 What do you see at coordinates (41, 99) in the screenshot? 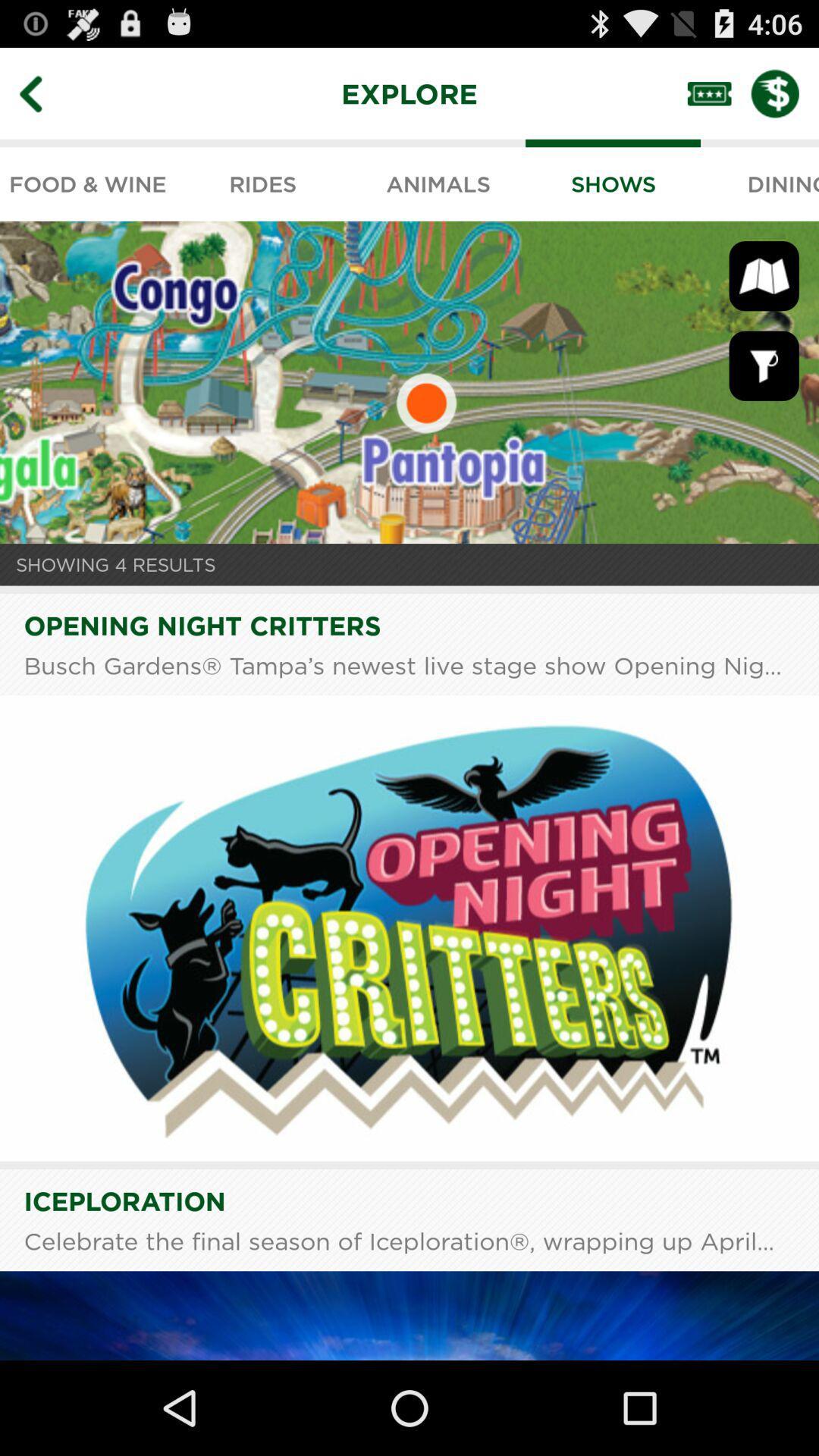
I see `the arrow_backward icon` at bounding box center [41, 99].